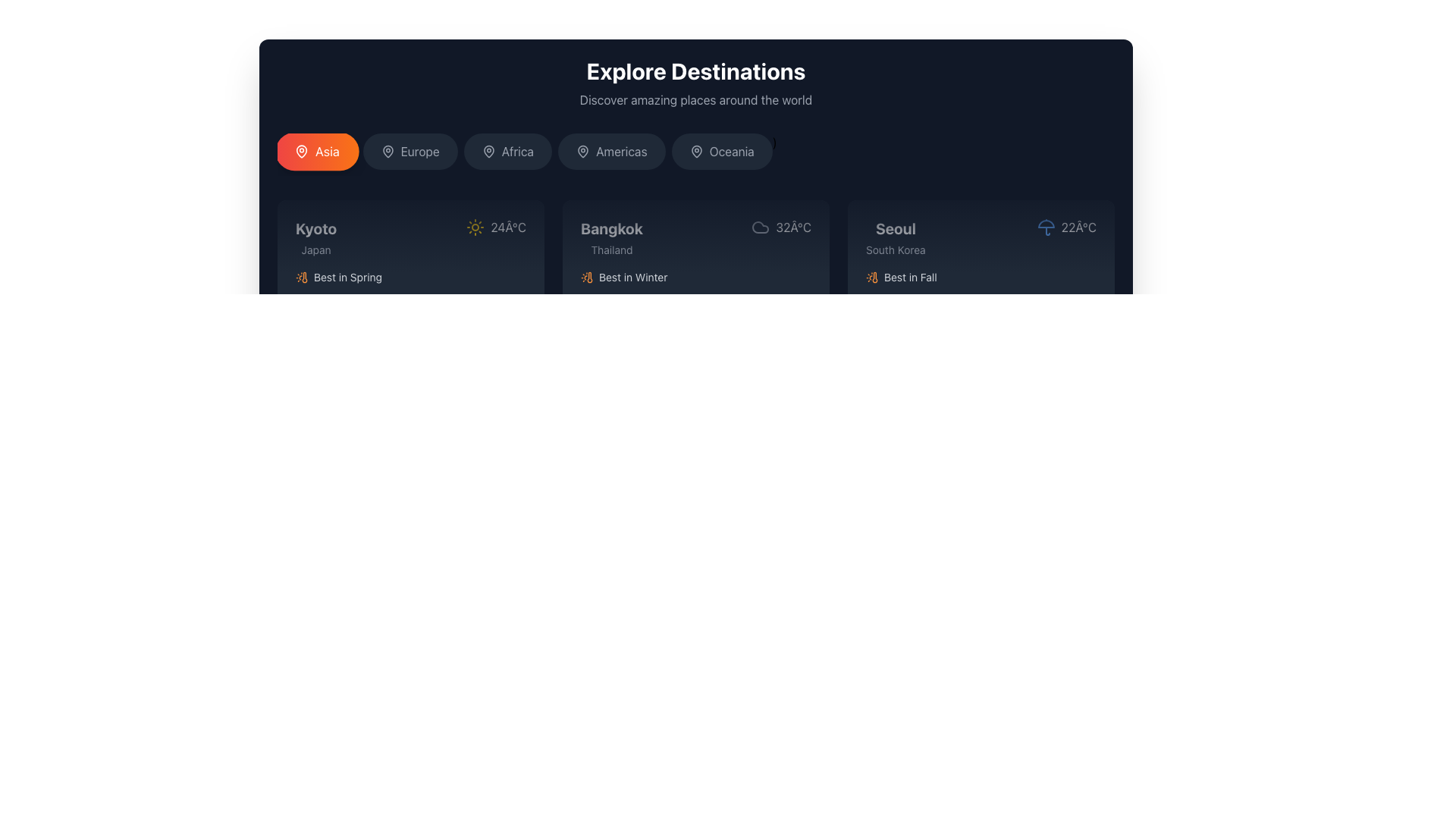 The image size is (1456, 819). Describe the element at coordinates (347, 278) in the screenshot. I see `text label indicating the best season to visit Kyoto, which states 'Spring' and is located within the first panel of the grid layout for destinations` at that location.